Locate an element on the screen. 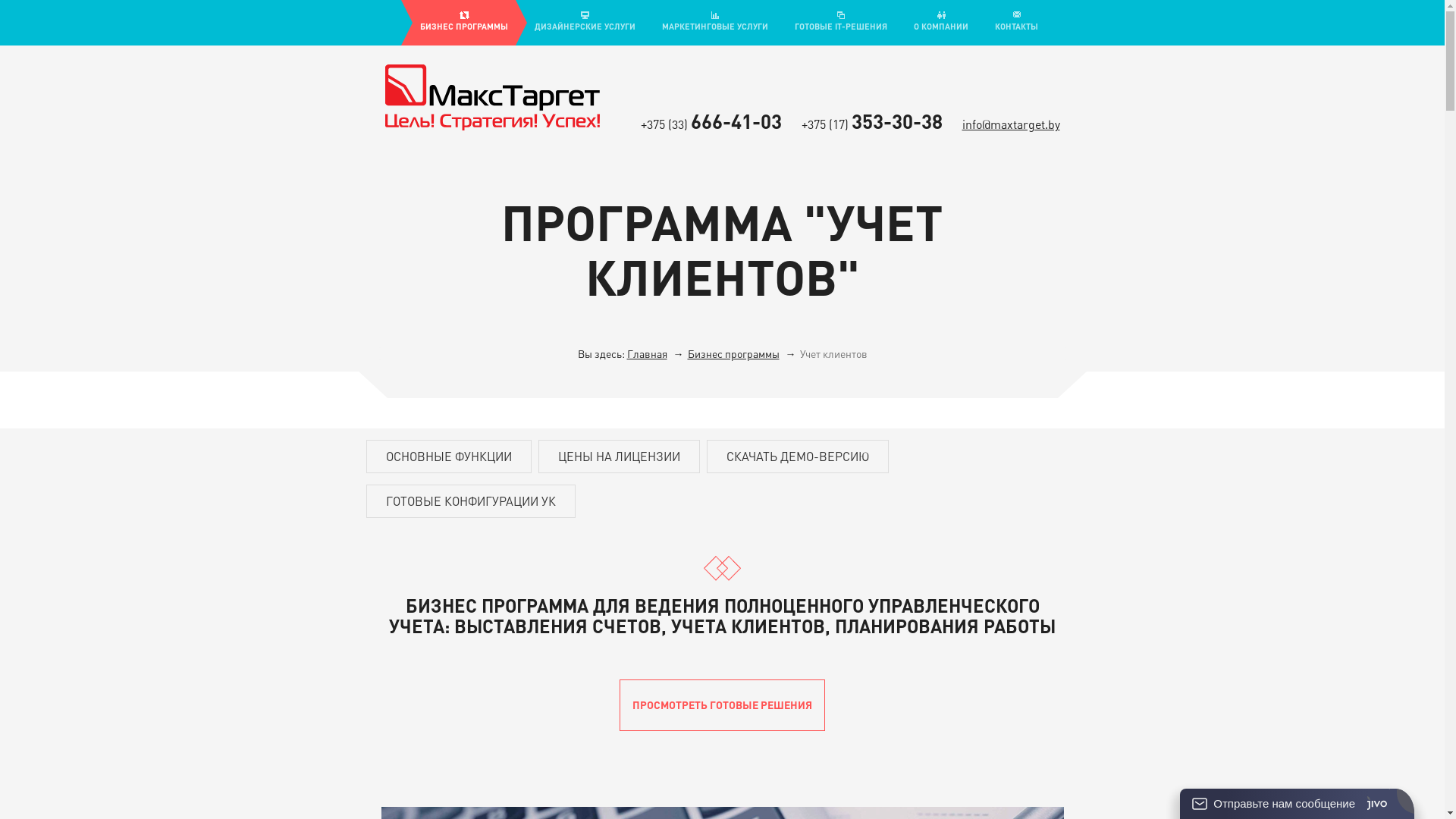  'info@maxtarget.by' is located at coordinates (1010, 124).